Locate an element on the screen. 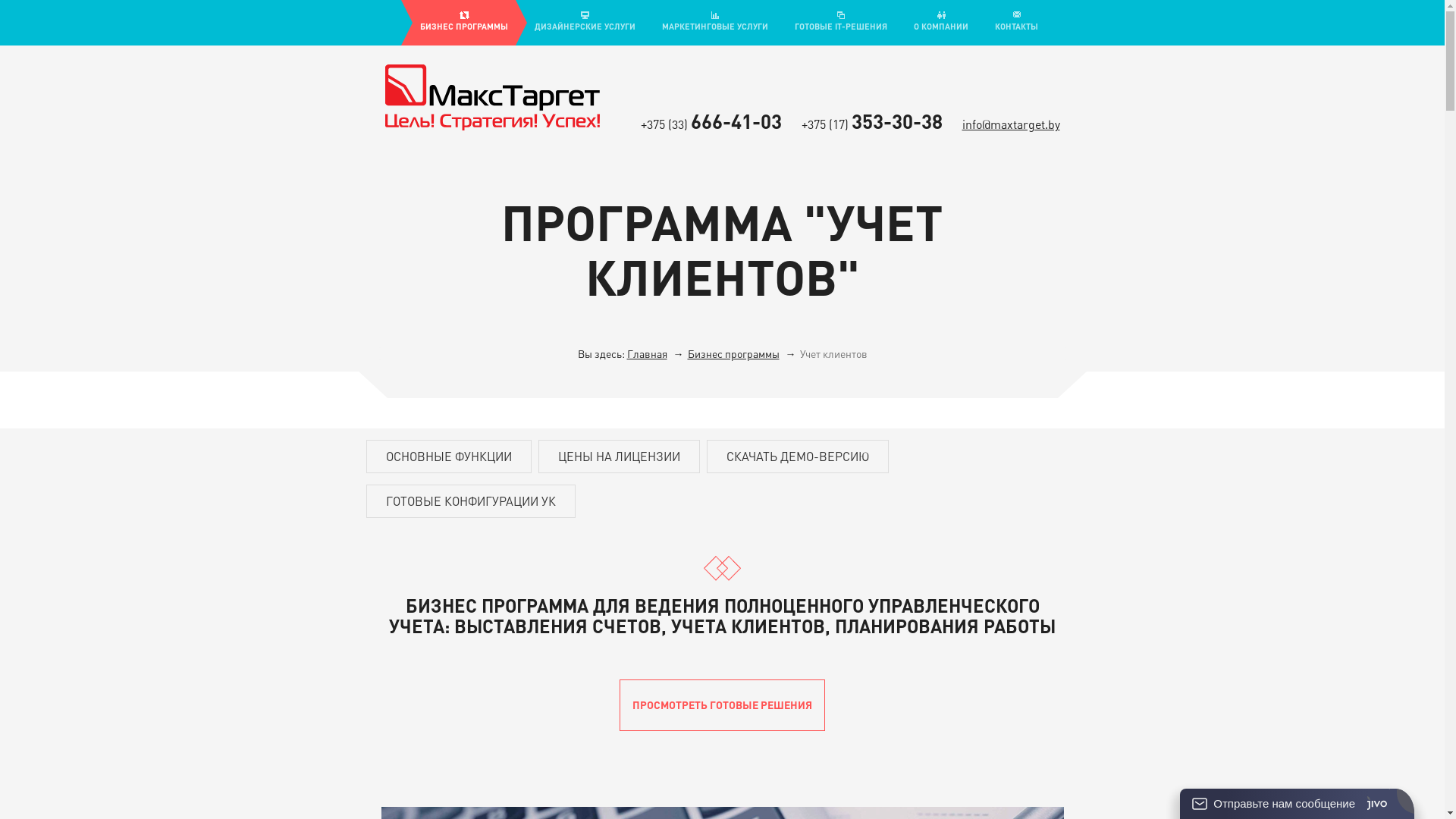  'info@maxtarget.by' is located at coordinates (1010, 124).